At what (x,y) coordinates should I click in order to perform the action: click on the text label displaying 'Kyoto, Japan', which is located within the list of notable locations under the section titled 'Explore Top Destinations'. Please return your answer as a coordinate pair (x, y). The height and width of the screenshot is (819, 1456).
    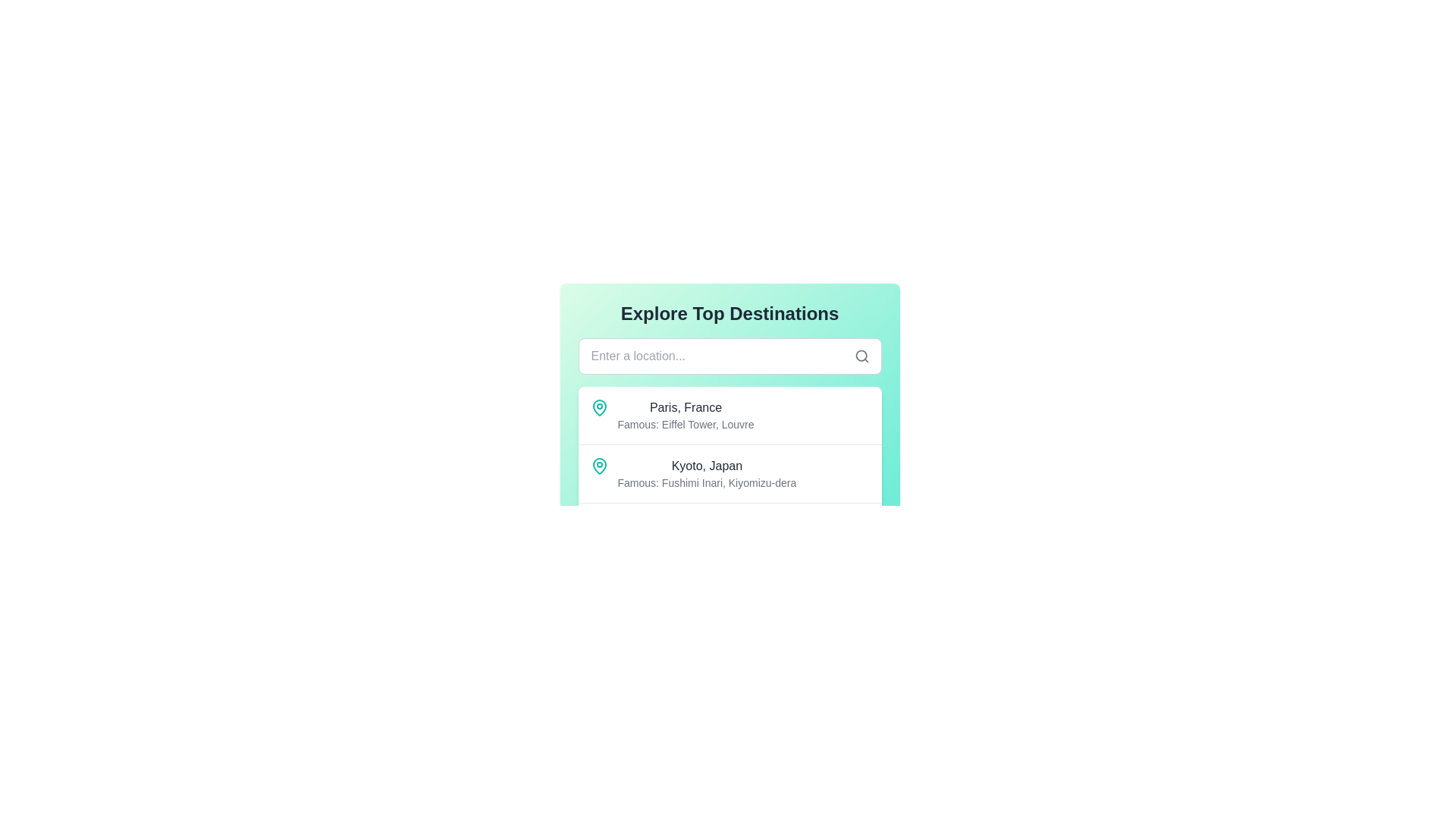
    Looking at the image, I should click on (706, 465).